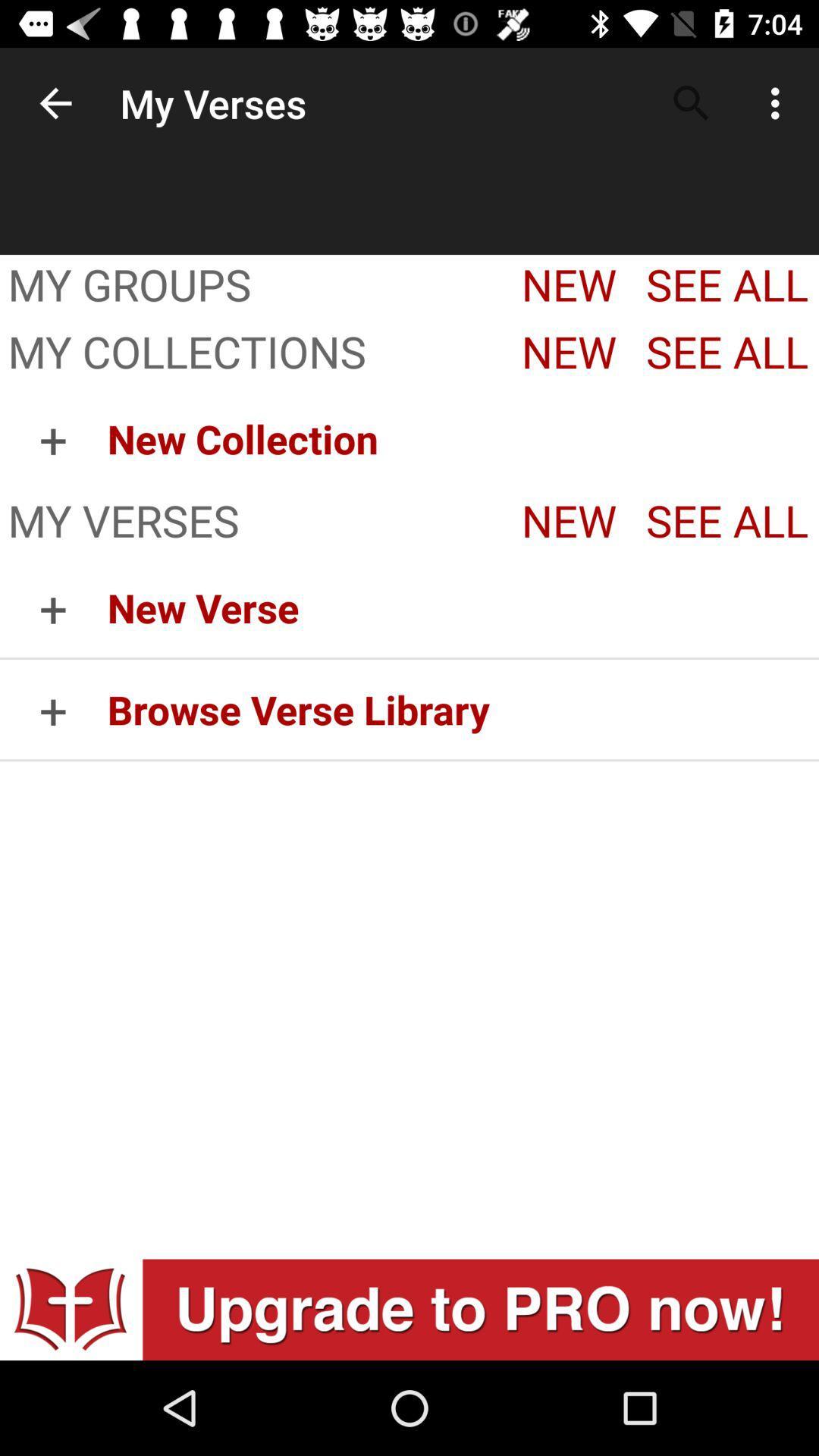 The height and width of the screenshot is (1456, 819). Describe the element at coordinates (462, 607) in the screenshot. I see `the new verse icon` at that location.